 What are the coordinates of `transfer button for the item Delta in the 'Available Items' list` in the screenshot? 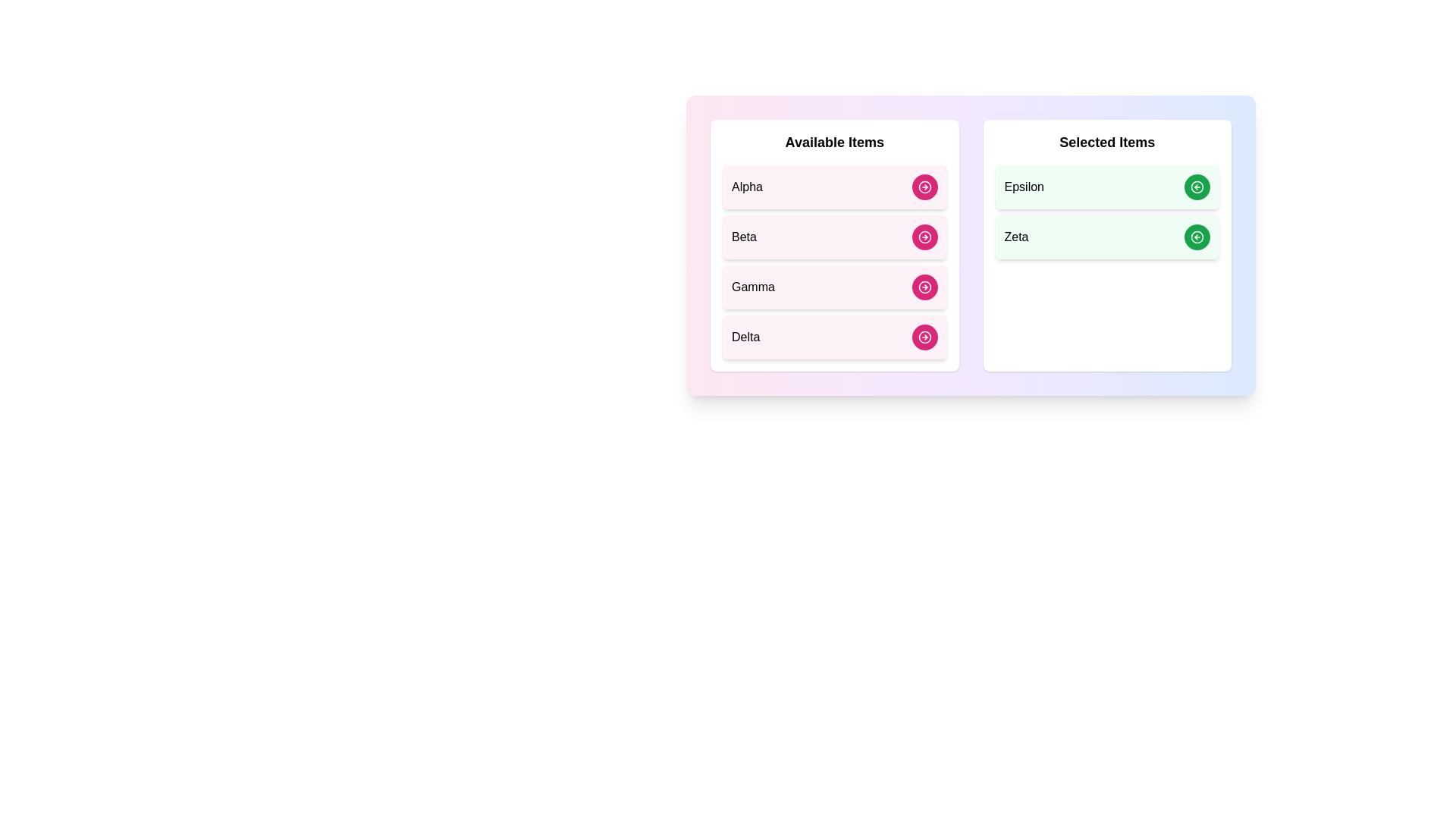 It's located at (924, 336).